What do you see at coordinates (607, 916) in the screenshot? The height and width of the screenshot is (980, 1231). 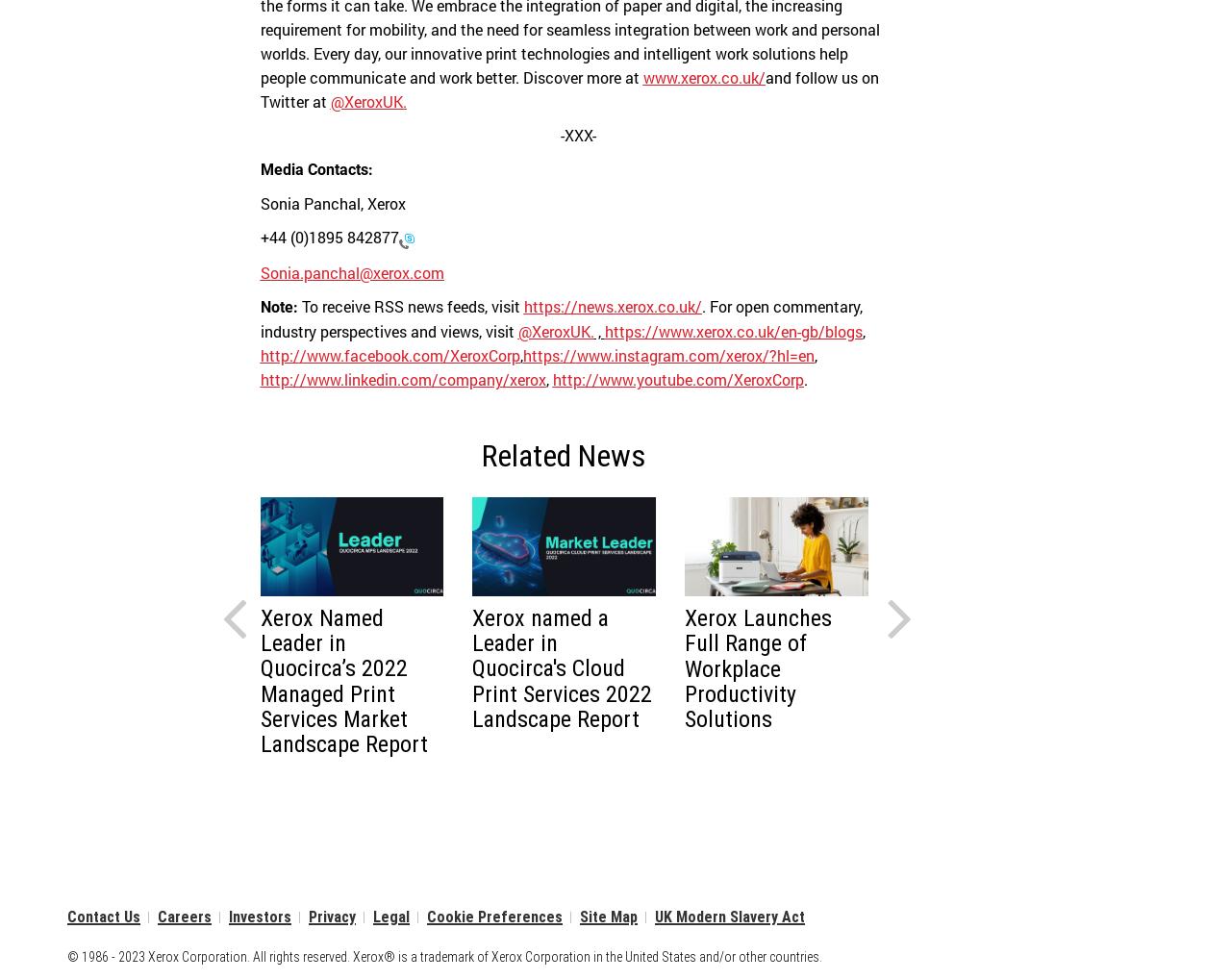 I see `'Site Map'` at bounding box center [607, 916].